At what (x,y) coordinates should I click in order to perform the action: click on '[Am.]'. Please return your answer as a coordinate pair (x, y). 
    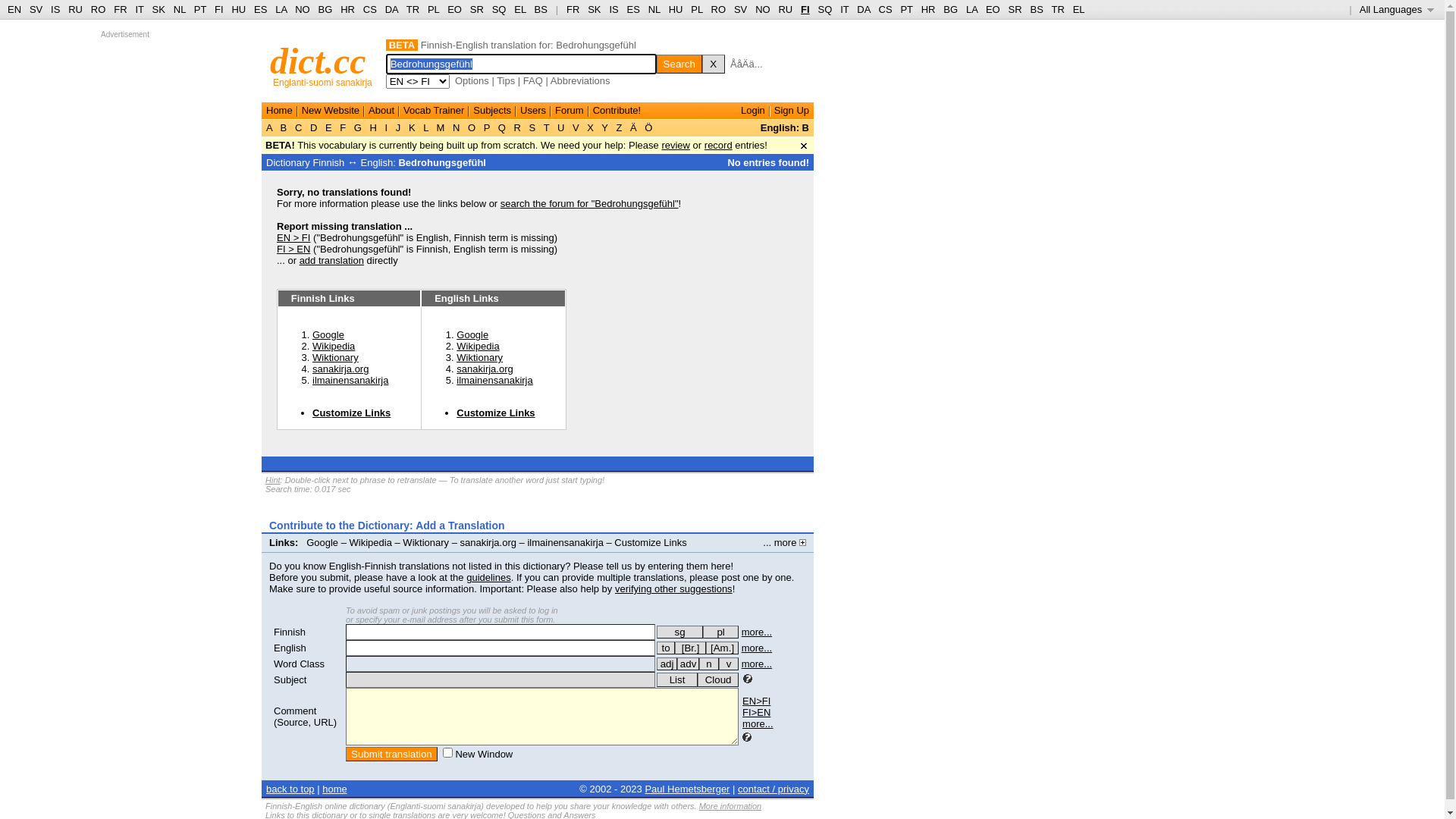
    Looking at the image, I should click on (721, 648).